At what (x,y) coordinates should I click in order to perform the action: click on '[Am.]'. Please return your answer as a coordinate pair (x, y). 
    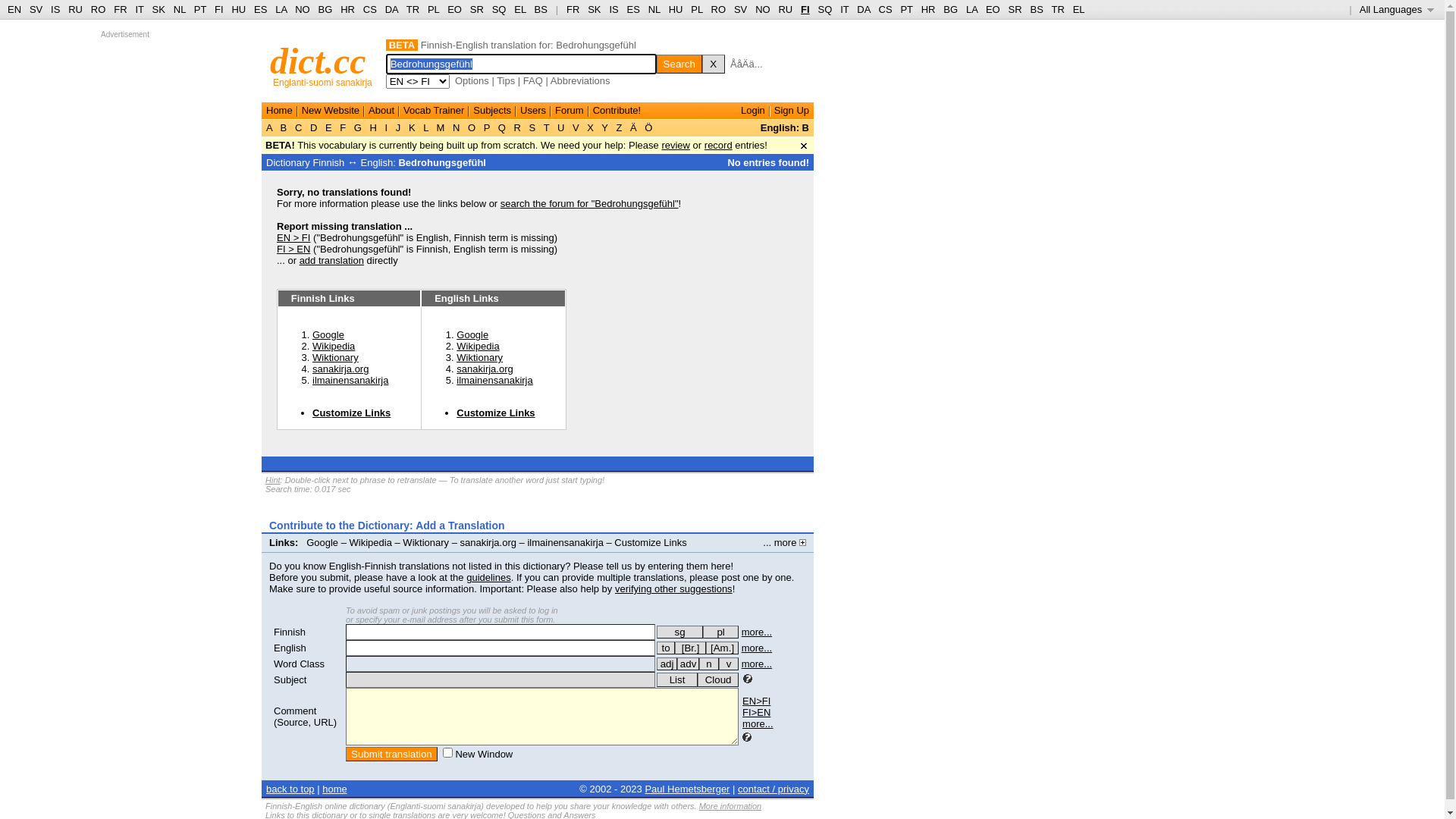
    Looking at the image, I should click on (721, 648).